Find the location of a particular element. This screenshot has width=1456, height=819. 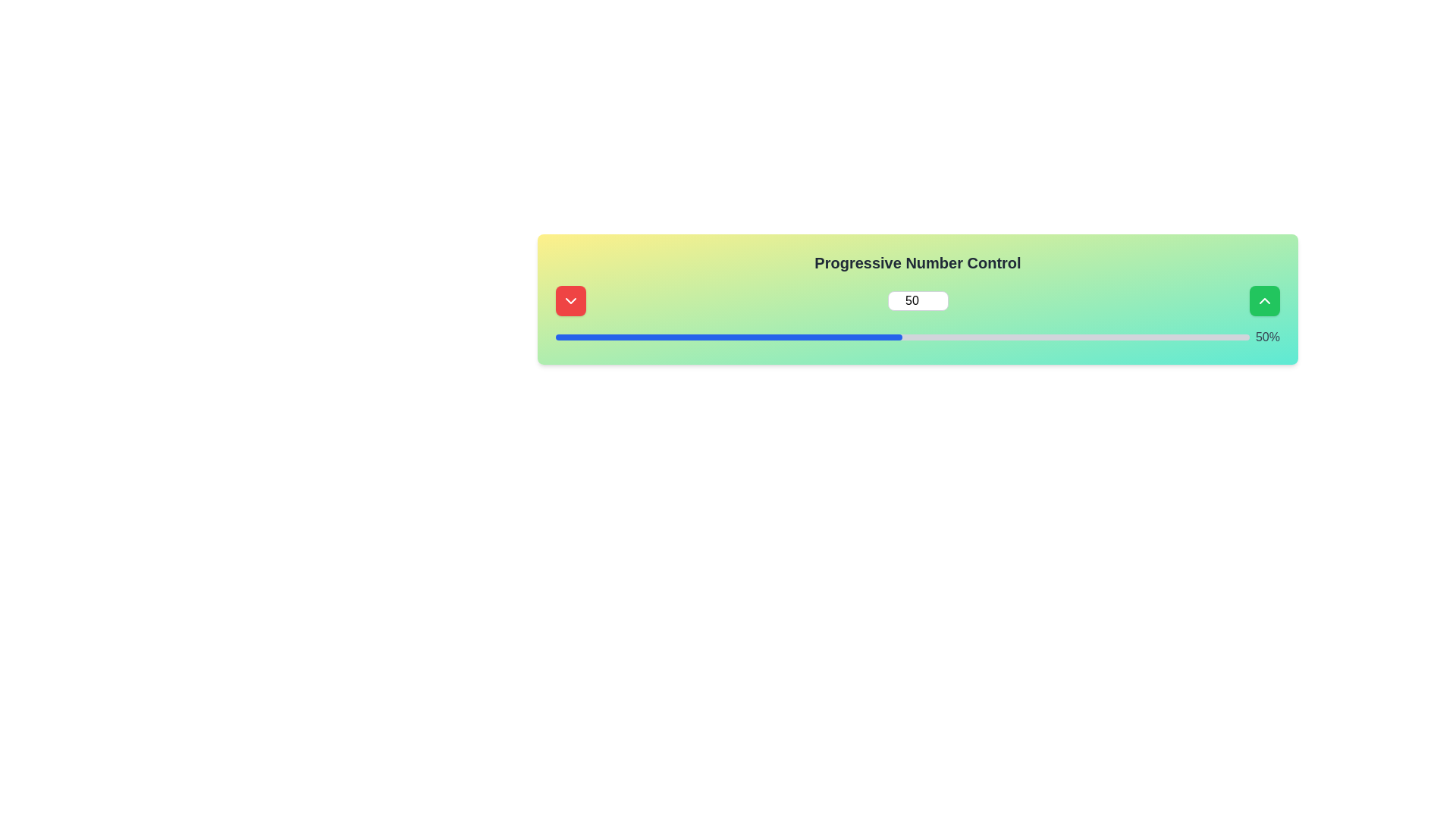

the slider value is located at coordinates (697, 336).